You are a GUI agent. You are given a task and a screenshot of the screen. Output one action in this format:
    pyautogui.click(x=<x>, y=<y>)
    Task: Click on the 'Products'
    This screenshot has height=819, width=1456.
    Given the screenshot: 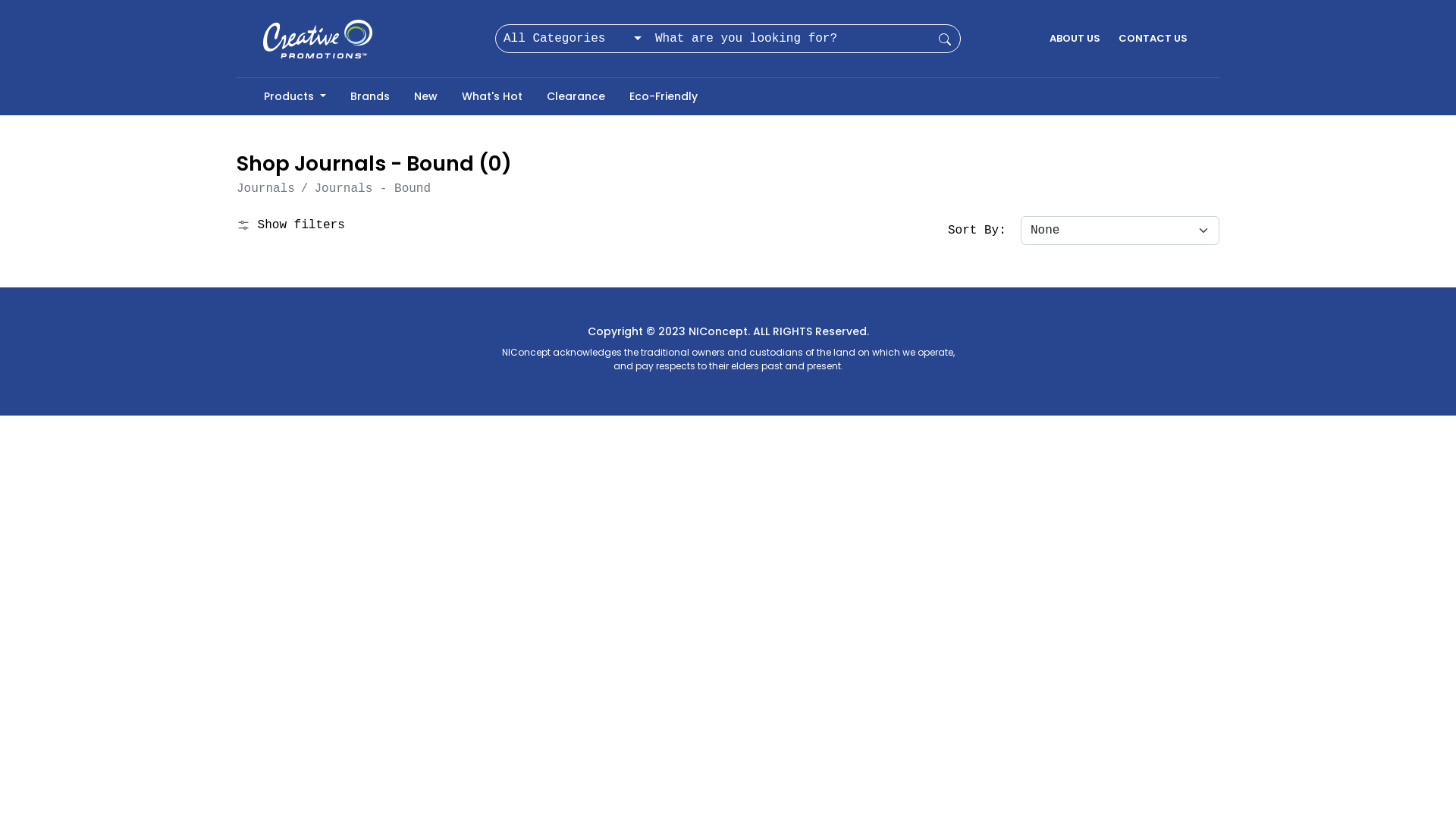 What is the action you would take?
    pyautogui.click(x=294, y=96)
    